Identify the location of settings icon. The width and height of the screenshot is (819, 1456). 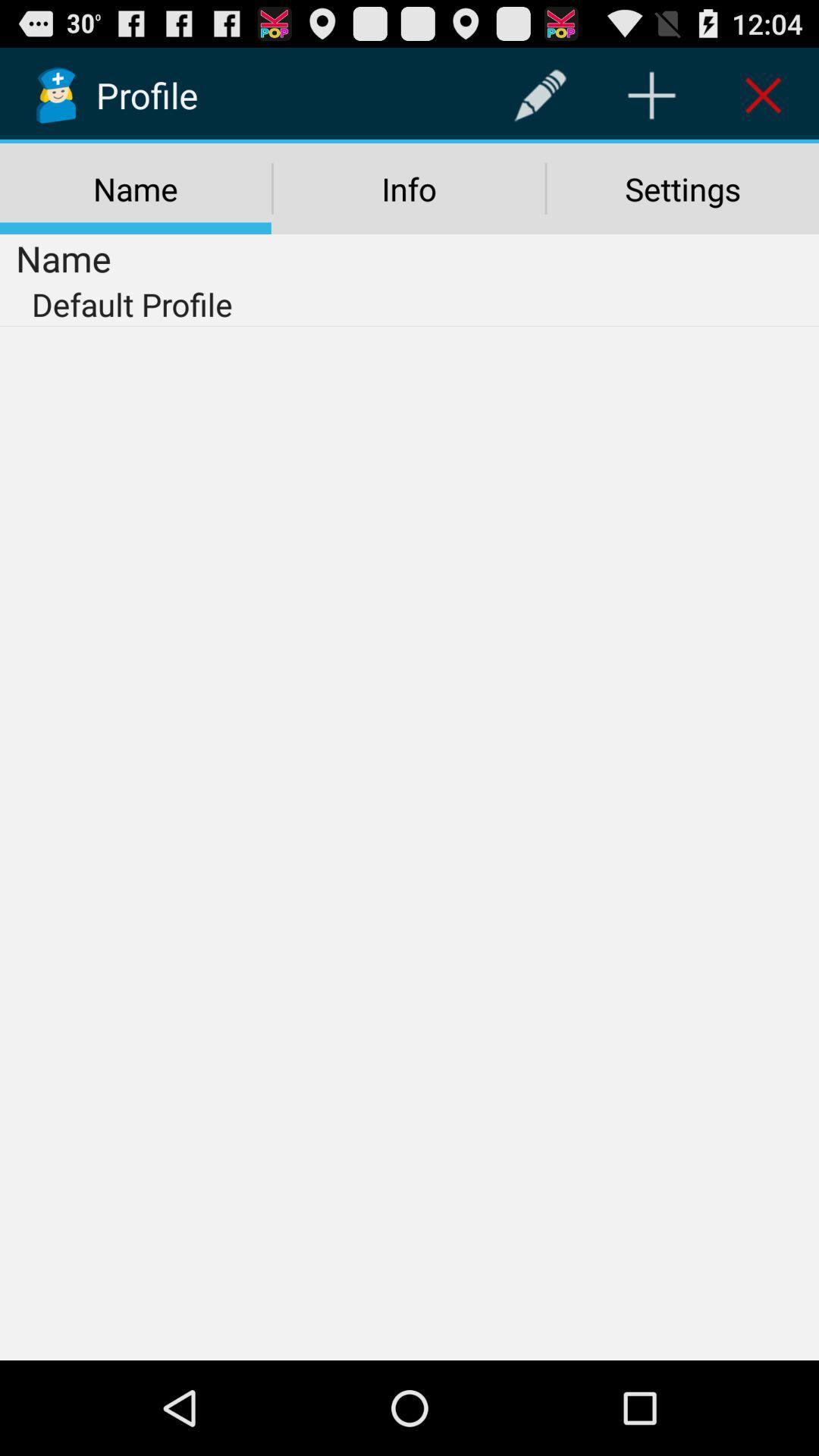
(682, 188).